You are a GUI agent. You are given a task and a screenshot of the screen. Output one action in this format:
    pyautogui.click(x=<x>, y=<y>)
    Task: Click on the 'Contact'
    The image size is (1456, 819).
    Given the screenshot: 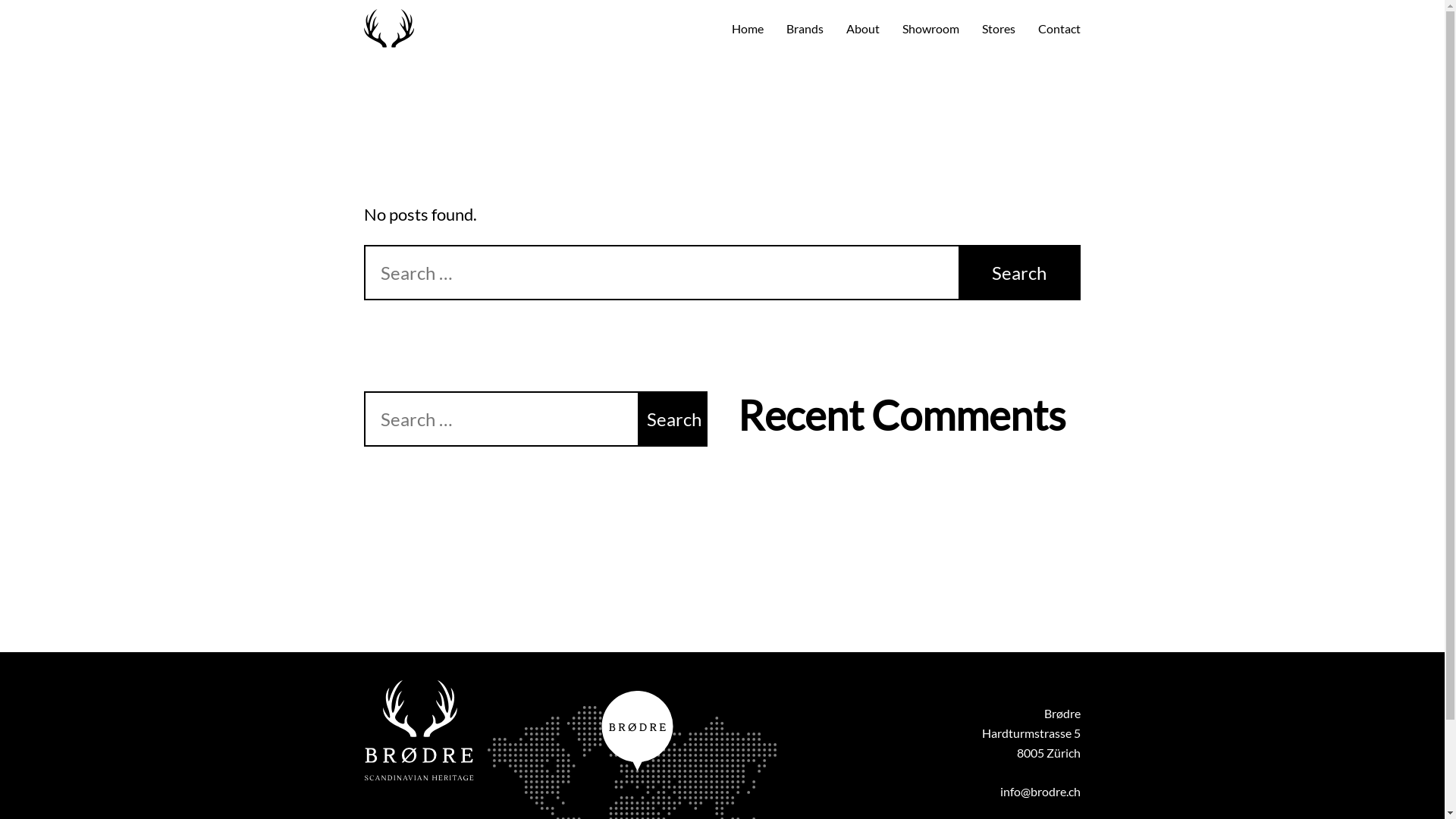 What is the action you would take?
    pyautogui.click(x=1058, y=28)
    